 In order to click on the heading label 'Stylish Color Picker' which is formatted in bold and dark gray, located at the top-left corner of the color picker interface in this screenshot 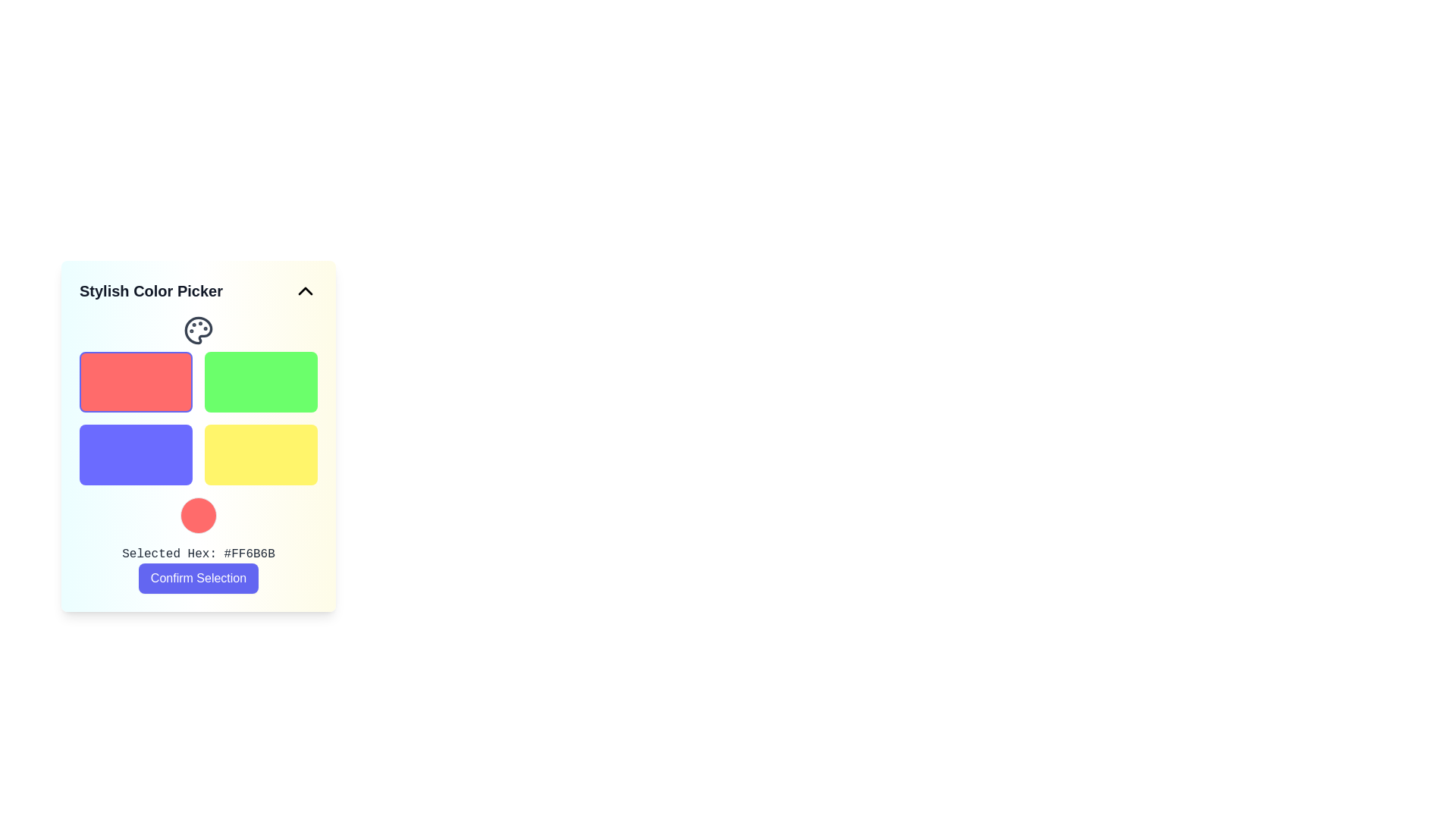, I will do `click(151, 291)`.